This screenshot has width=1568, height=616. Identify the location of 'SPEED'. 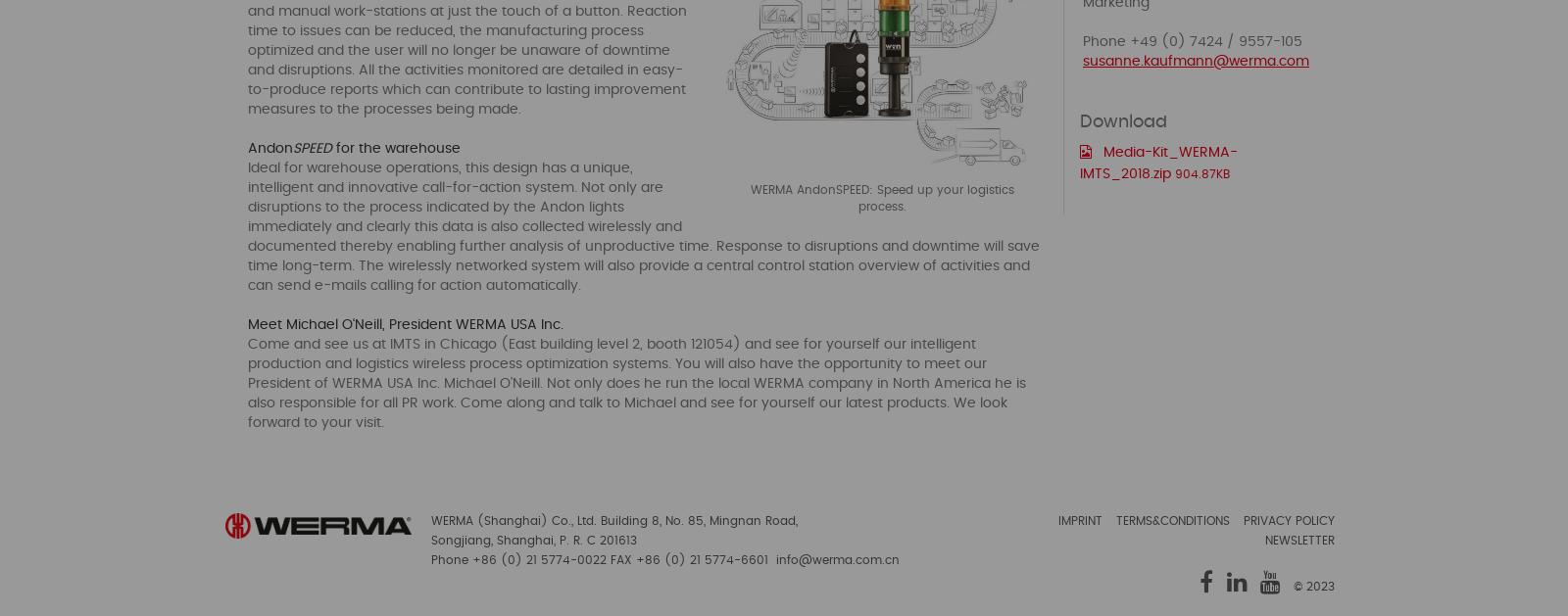
(313, 148).